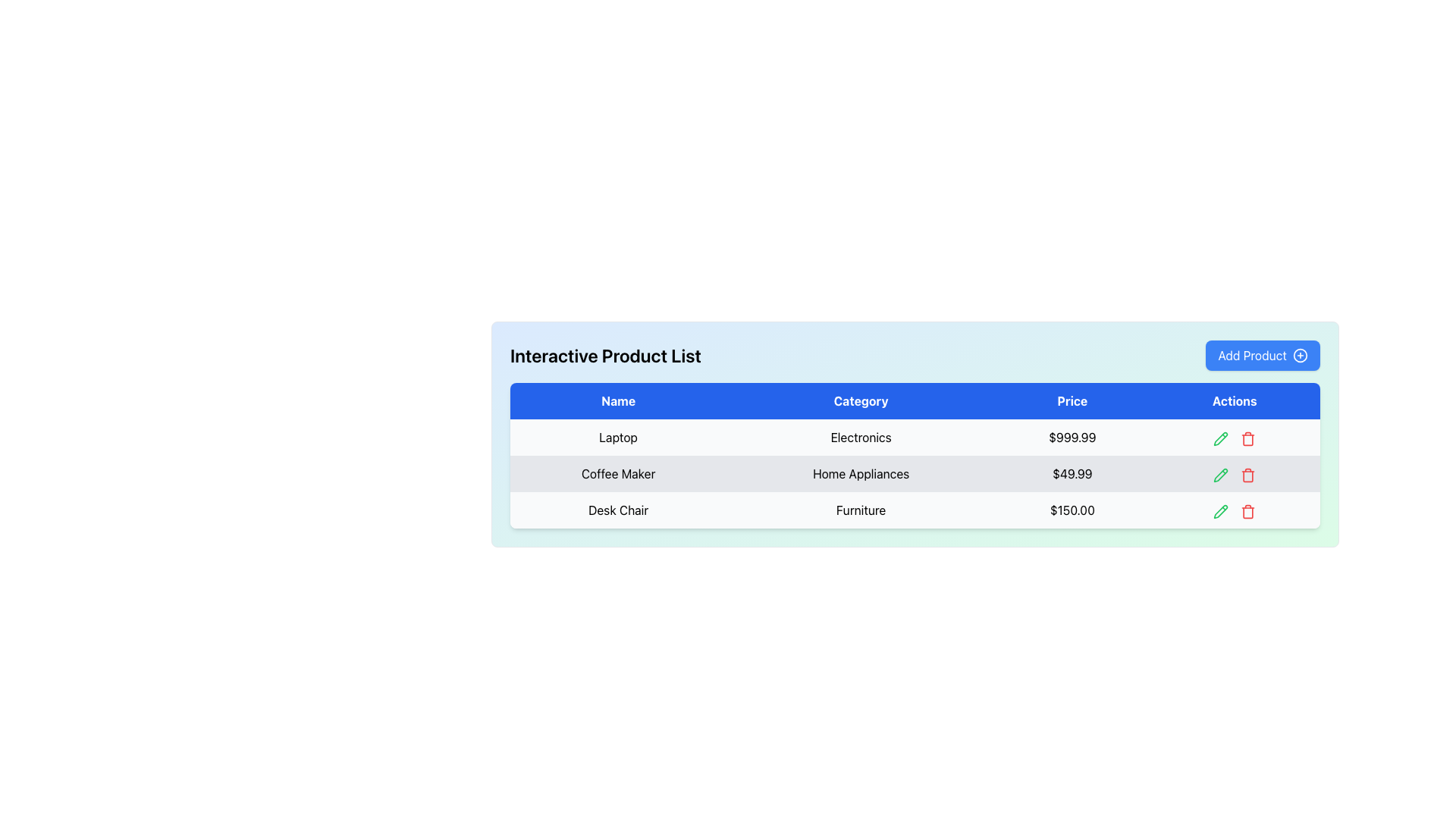  I want to click on the 'Laptop' text label, so click(618, 438).